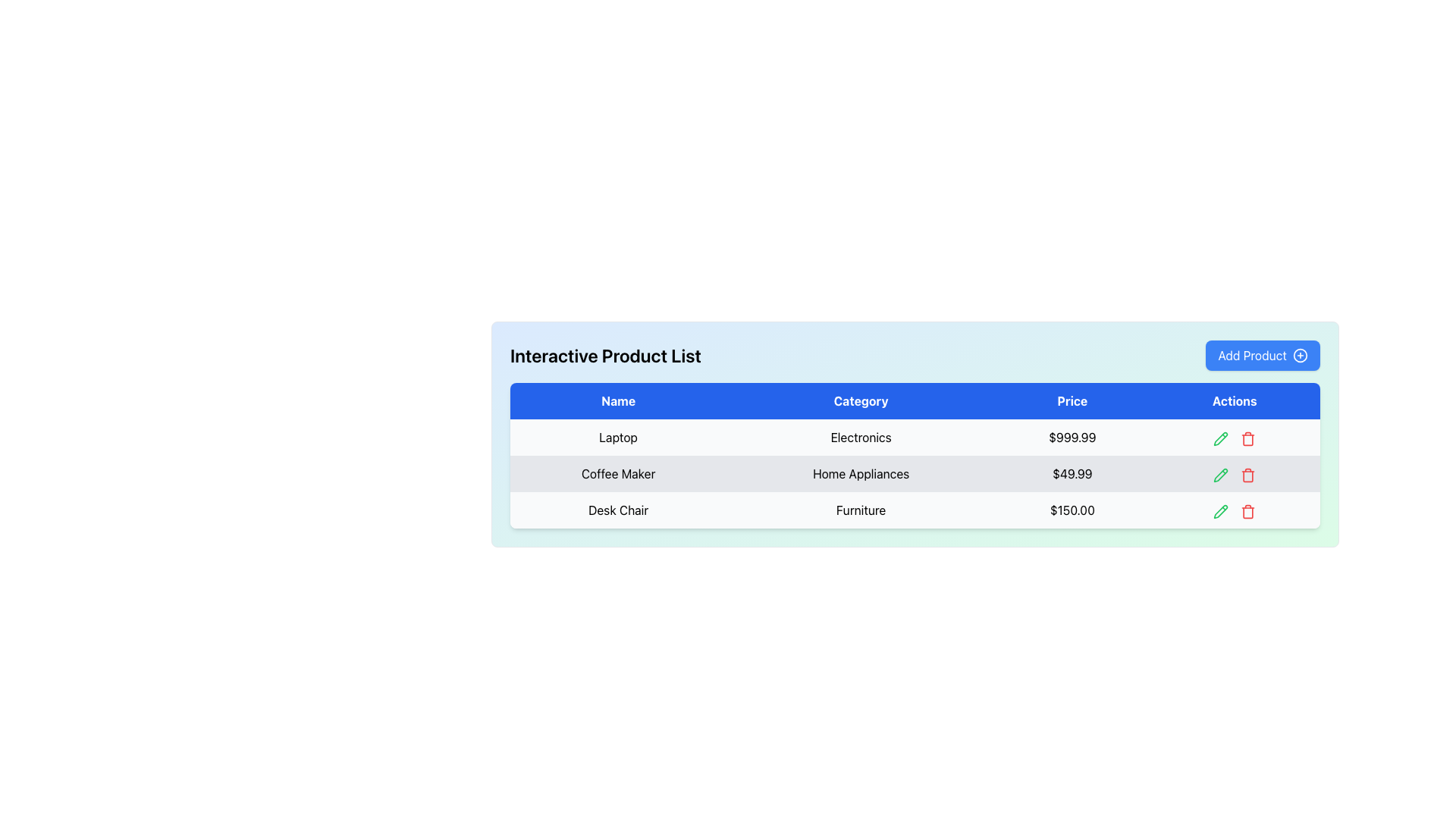  I want to click on the 'Laptop' text label, so click(618, 438).